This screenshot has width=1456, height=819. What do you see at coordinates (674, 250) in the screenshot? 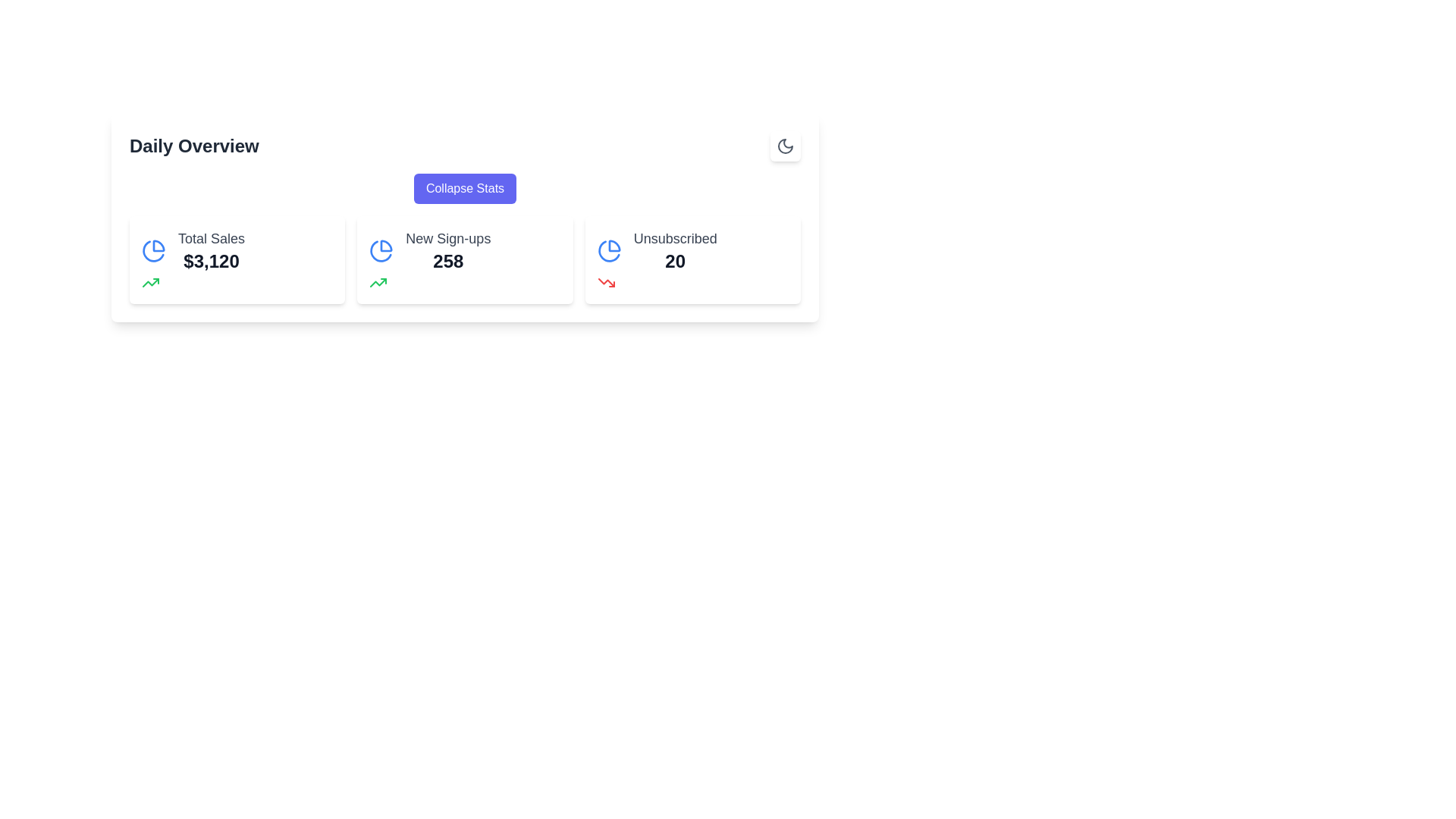
I see `the displayed number '20' in the bold Text Label located below 'Unsubscribed' within the card component` at bounding box center [674, 250].